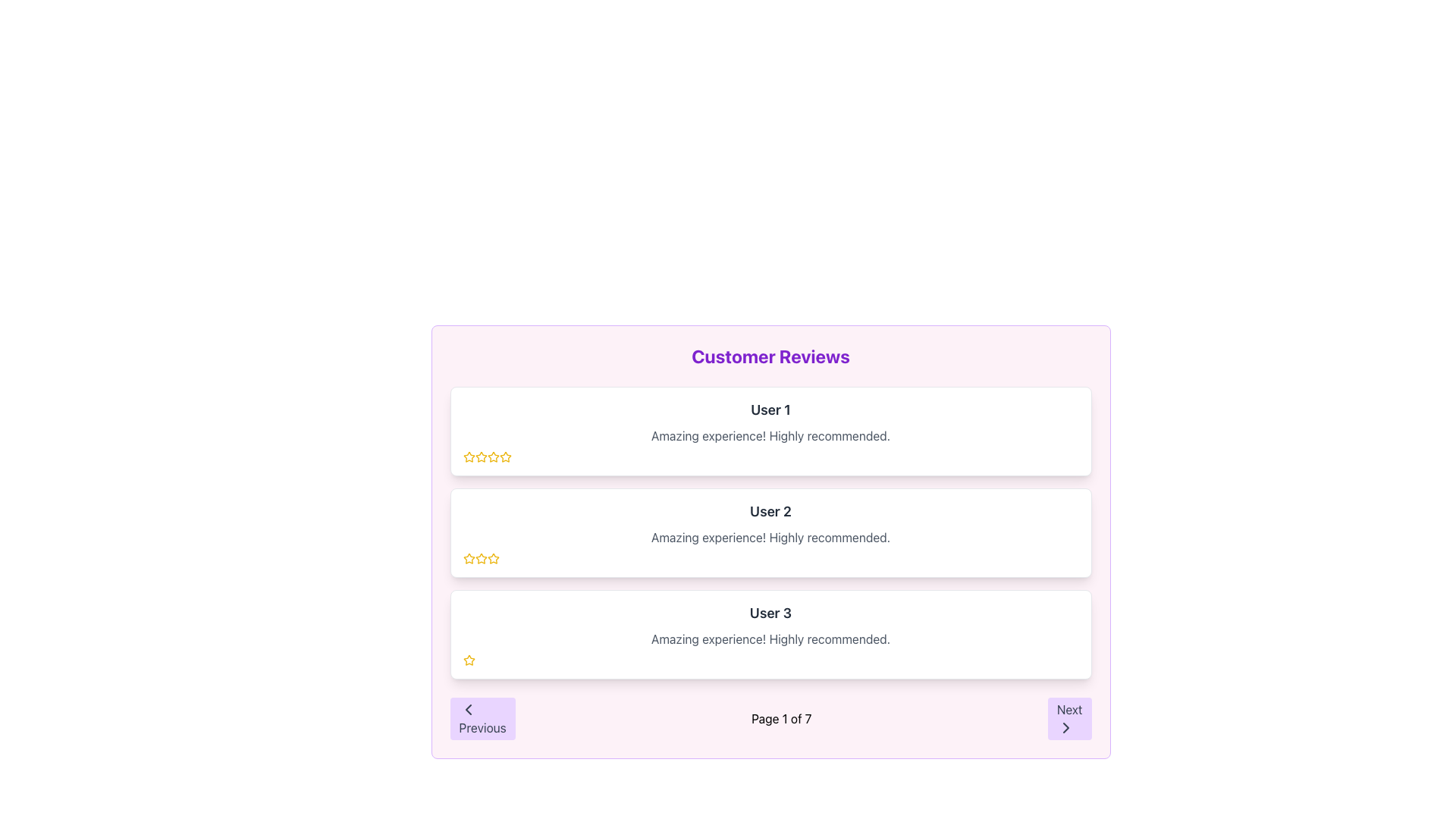 The image size is (1456, 819). Describe the element at coordinates (468, 660) in the screenshot. I see `the first star icon in the Customer Reviews section, which visually represents a rating system` at that location.